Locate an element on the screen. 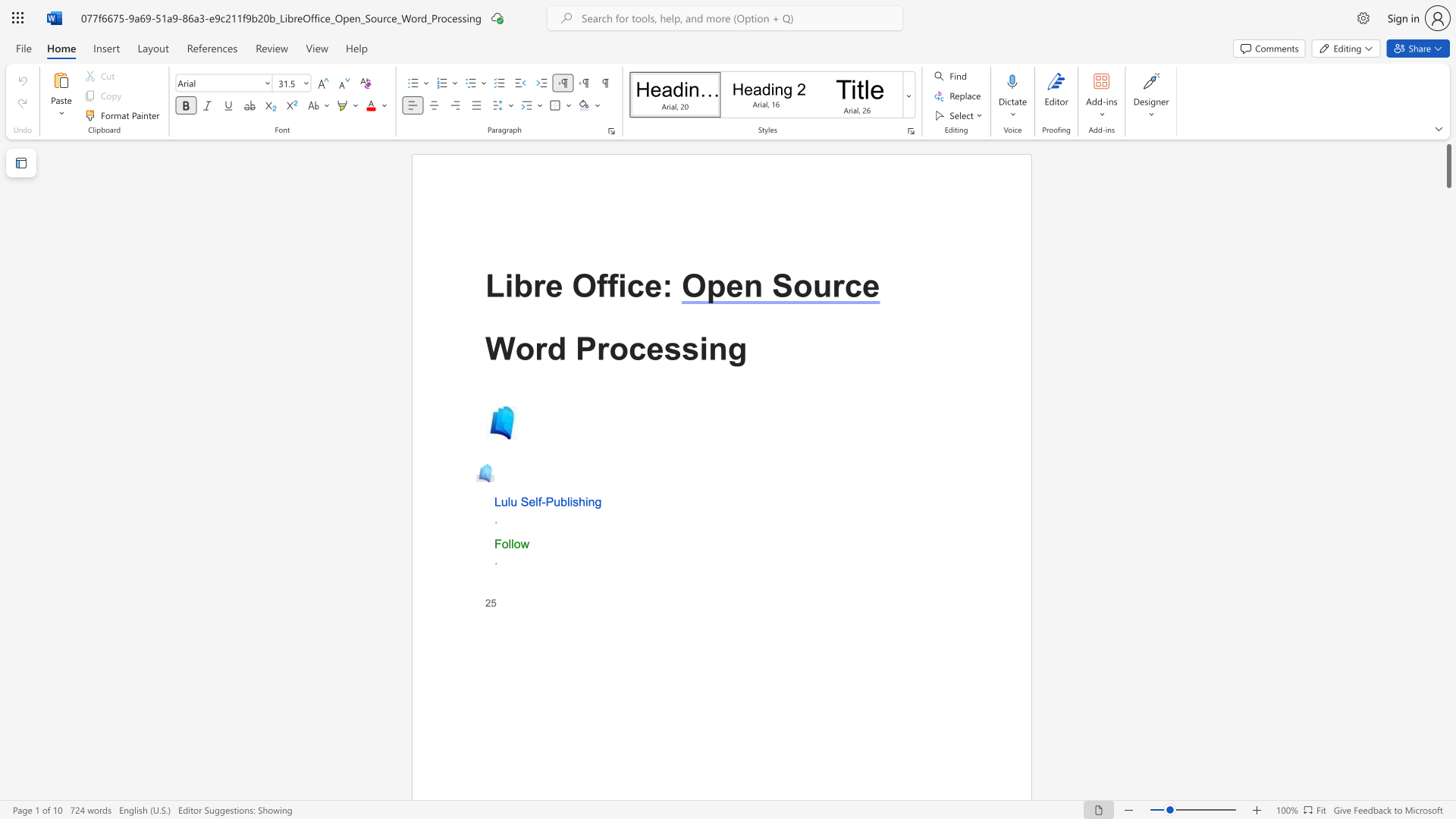 The width and height of the screenshot is (1456, 819). the 2th character "i" in the text is located at coordinates (622, 286).